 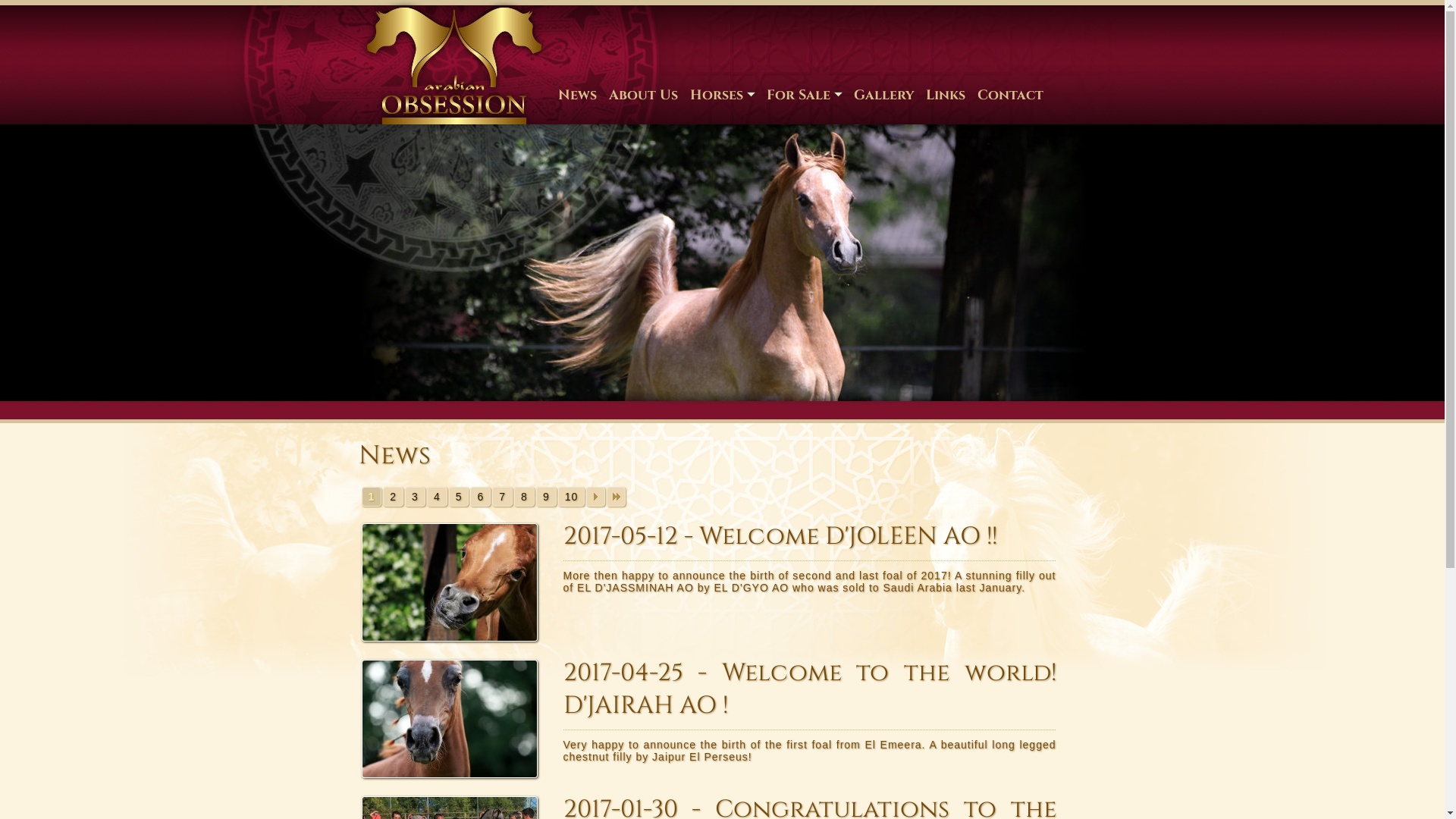 What do you see at coordinates (513, 497) in the screenshot?
I see `'8'` at bounding box center [513, 497].